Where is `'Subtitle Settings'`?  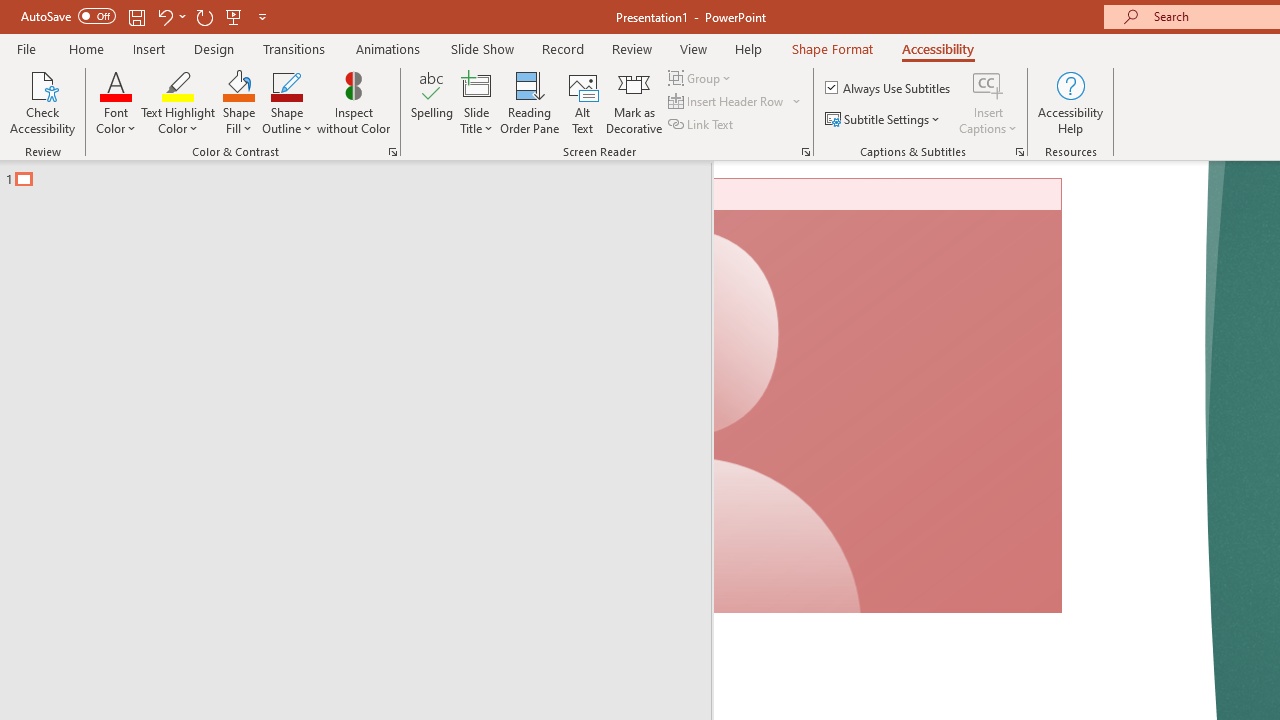 'Subtitle Settings' is located at coordinates (883, 119).